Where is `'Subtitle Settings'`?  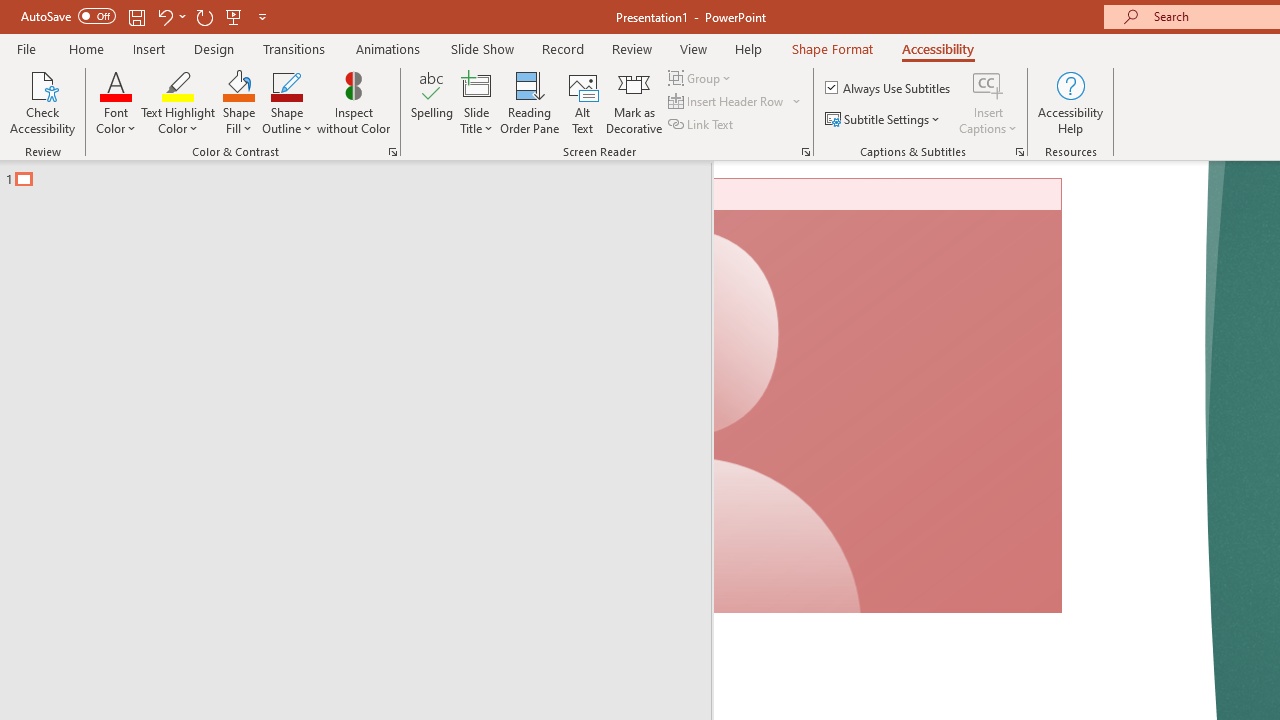 'Subtitle Settings' is located at coordinates (883, 119).